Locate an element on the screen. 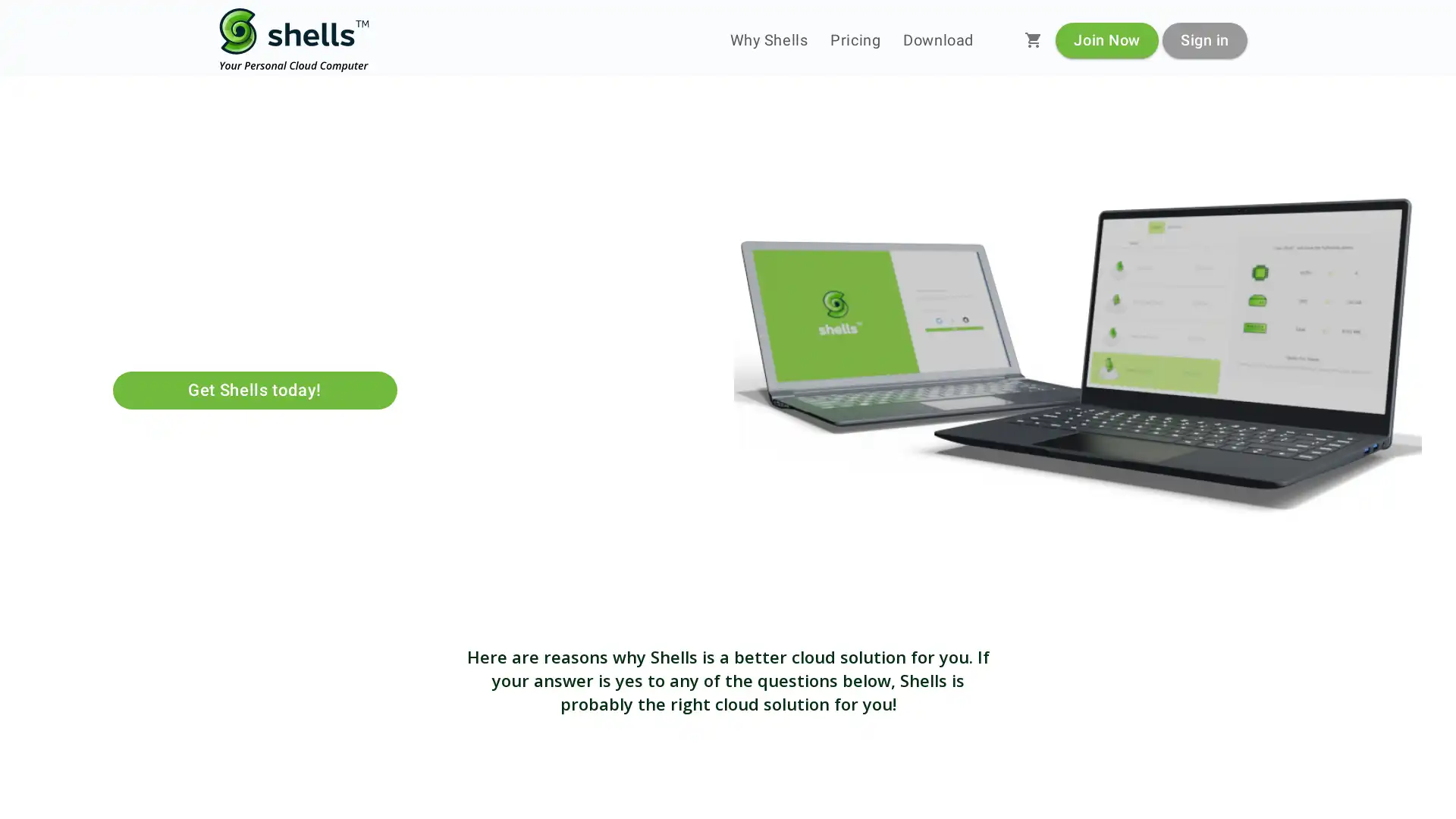 Image resolution: width=1456 pixels, height=819 pixels. Join Now is located at coordinates (1106, 39).